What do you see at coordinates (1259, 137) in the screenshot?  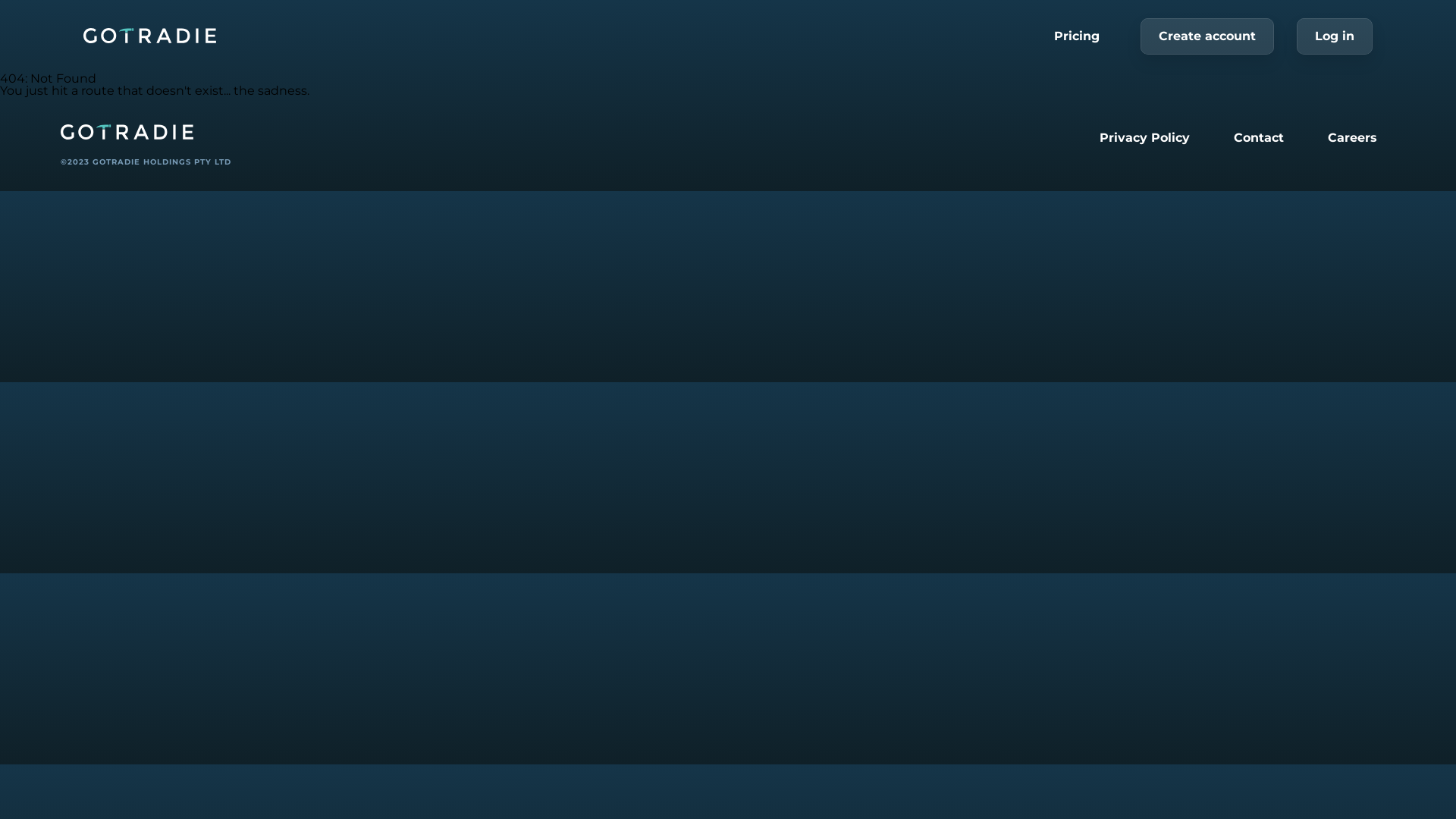 I see `'Contact'` at bounding box center [1259, 137].